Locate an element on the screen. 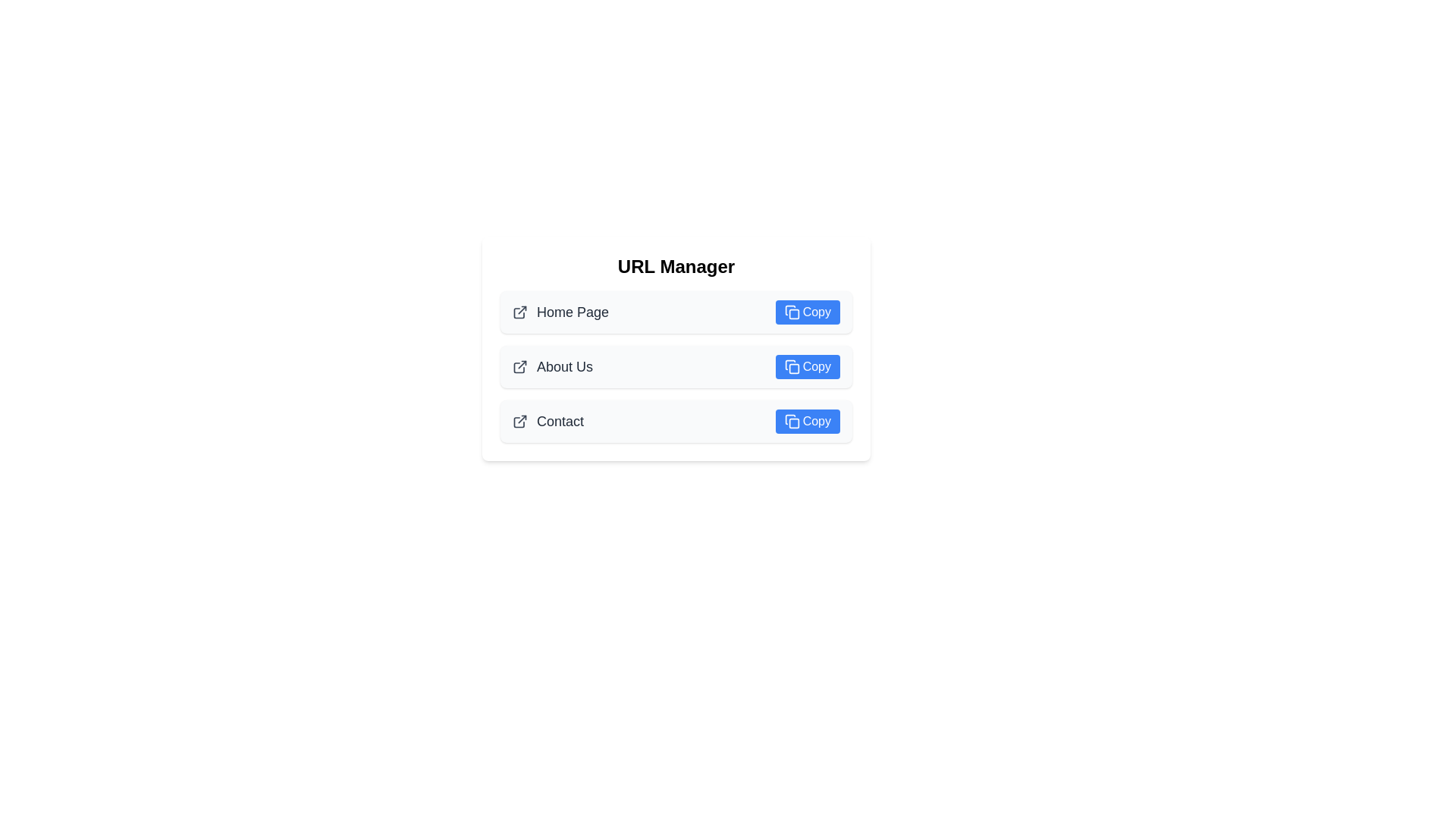  the topmost 'Copy' button with rounded corners and a blue background located on the right side of the 'Home Page' row is located at coordinates (807, 312).